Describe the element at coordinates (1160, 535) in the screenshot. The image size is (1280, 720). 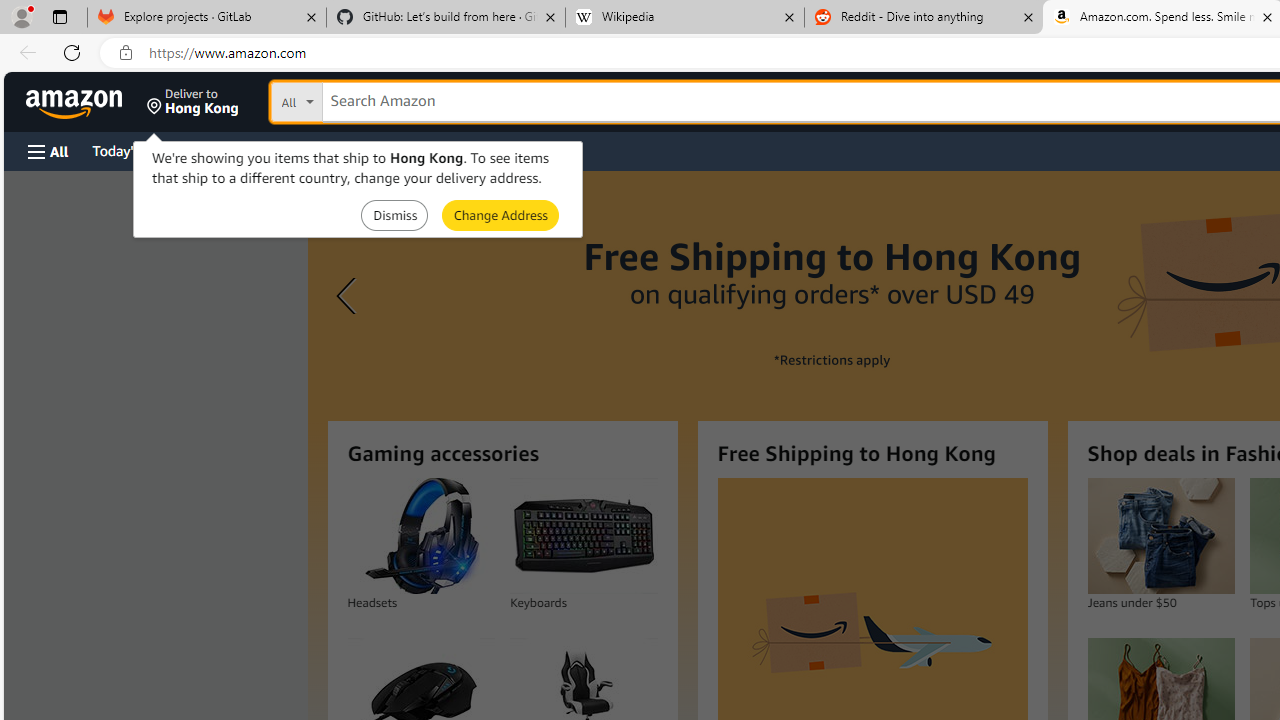
I see `'Jeans under $50'` at that location.